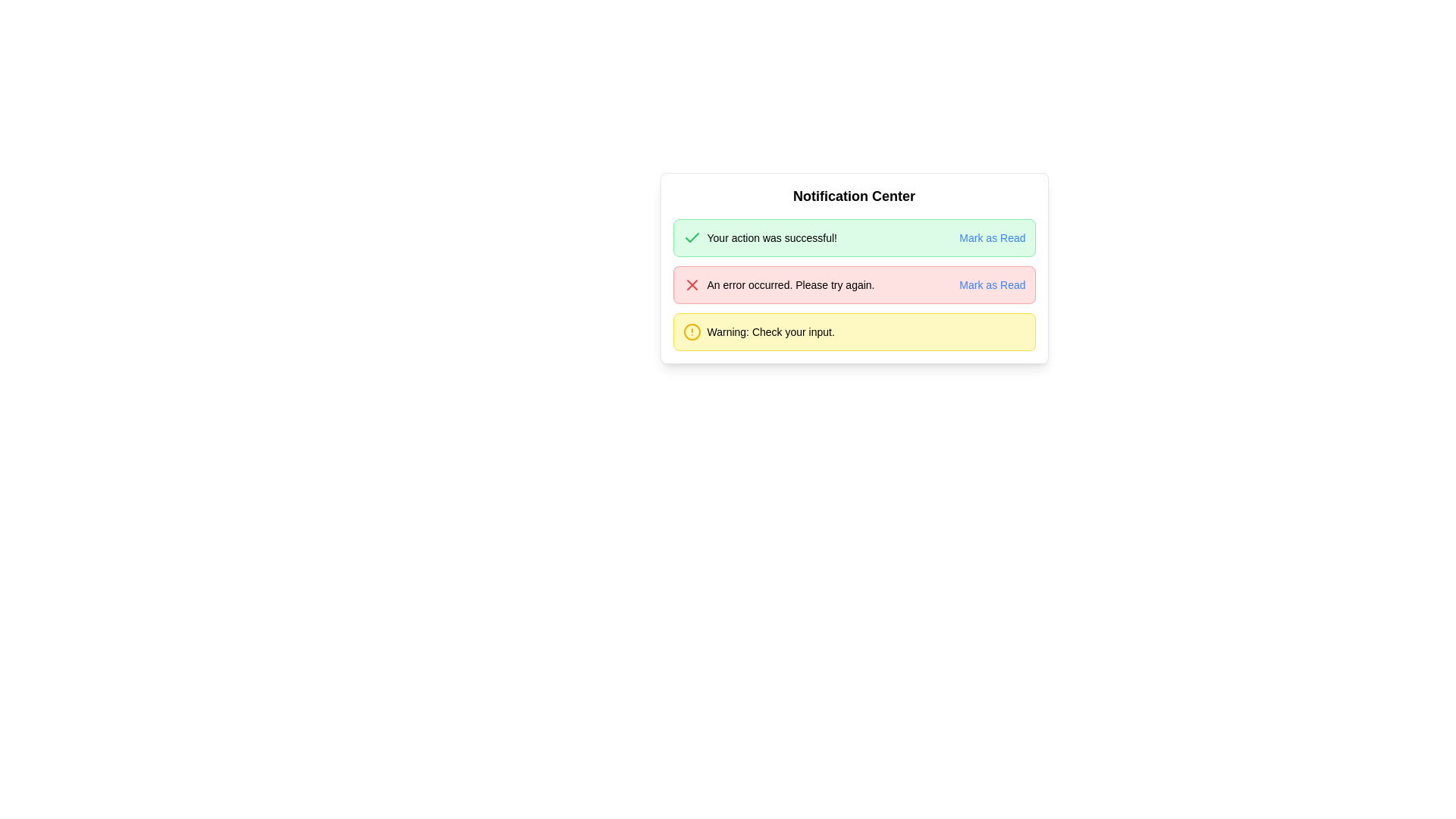 The width and height of the screenshot is (1456, 819). Describe the element at coordinates (691, 331) in the screenshot. I see `the alert icon representing a general warning, which is a yellow circular outline with a vertical line and dot, located to the left of the text 'Warning: Check your input.' in the yellow notification banner` at that location.